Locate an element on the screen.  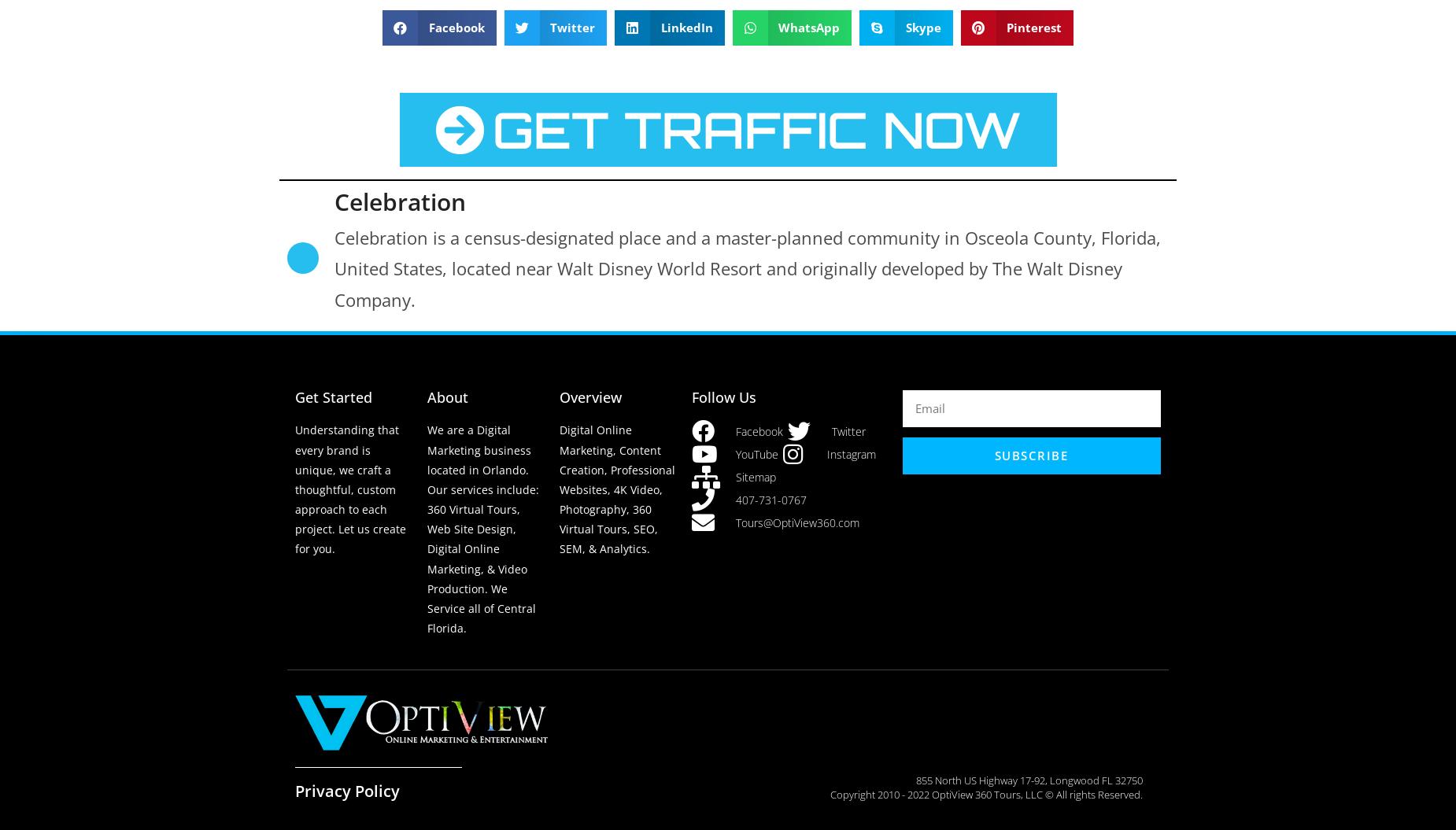
'WhatsApp' is located at coordinates (808, 26).